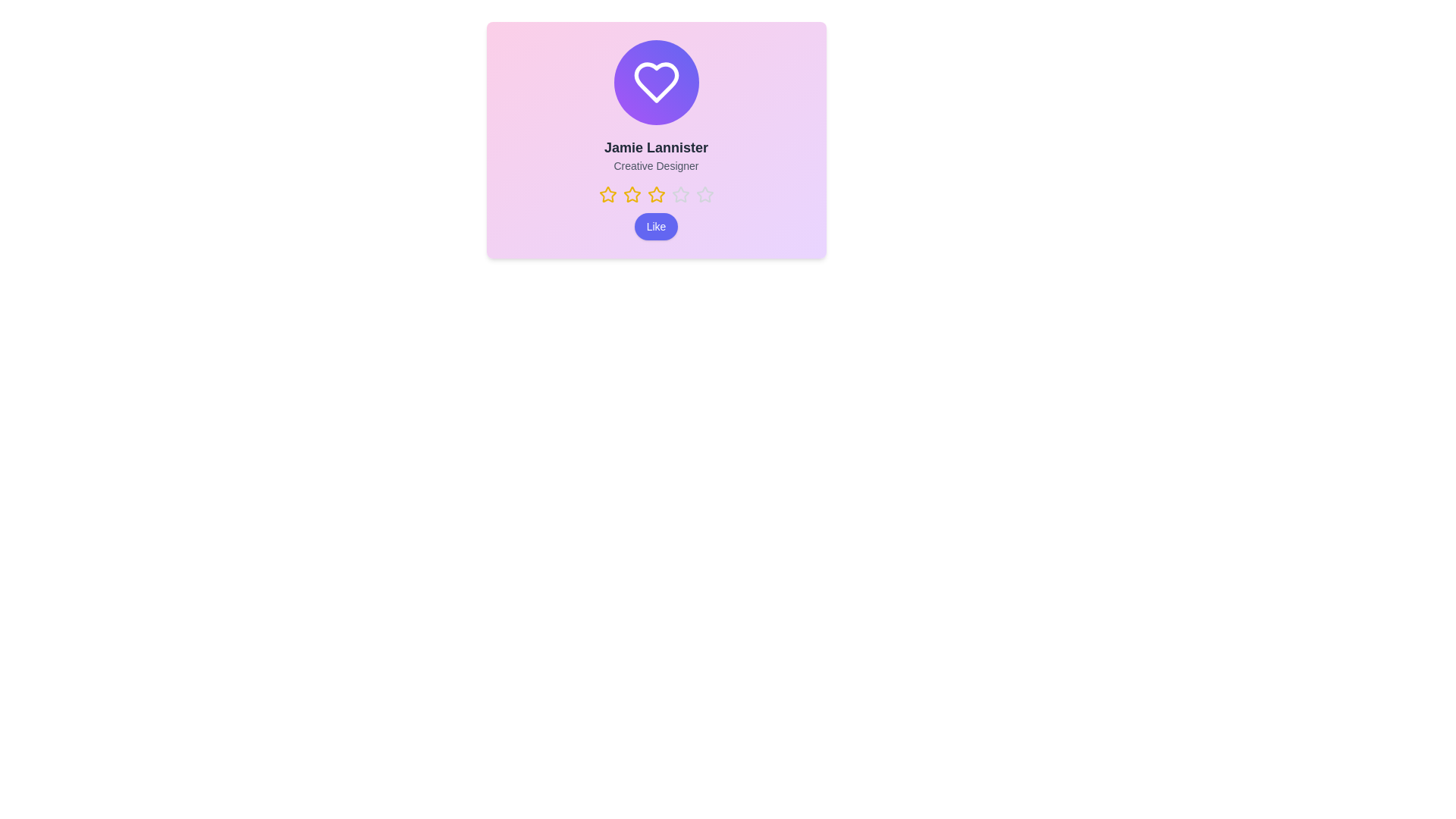  I want to click on rating information from the Rating indicator with an interactive button, which shows a rating of three out of five and a 'Like' button below it, so click(656, 213).